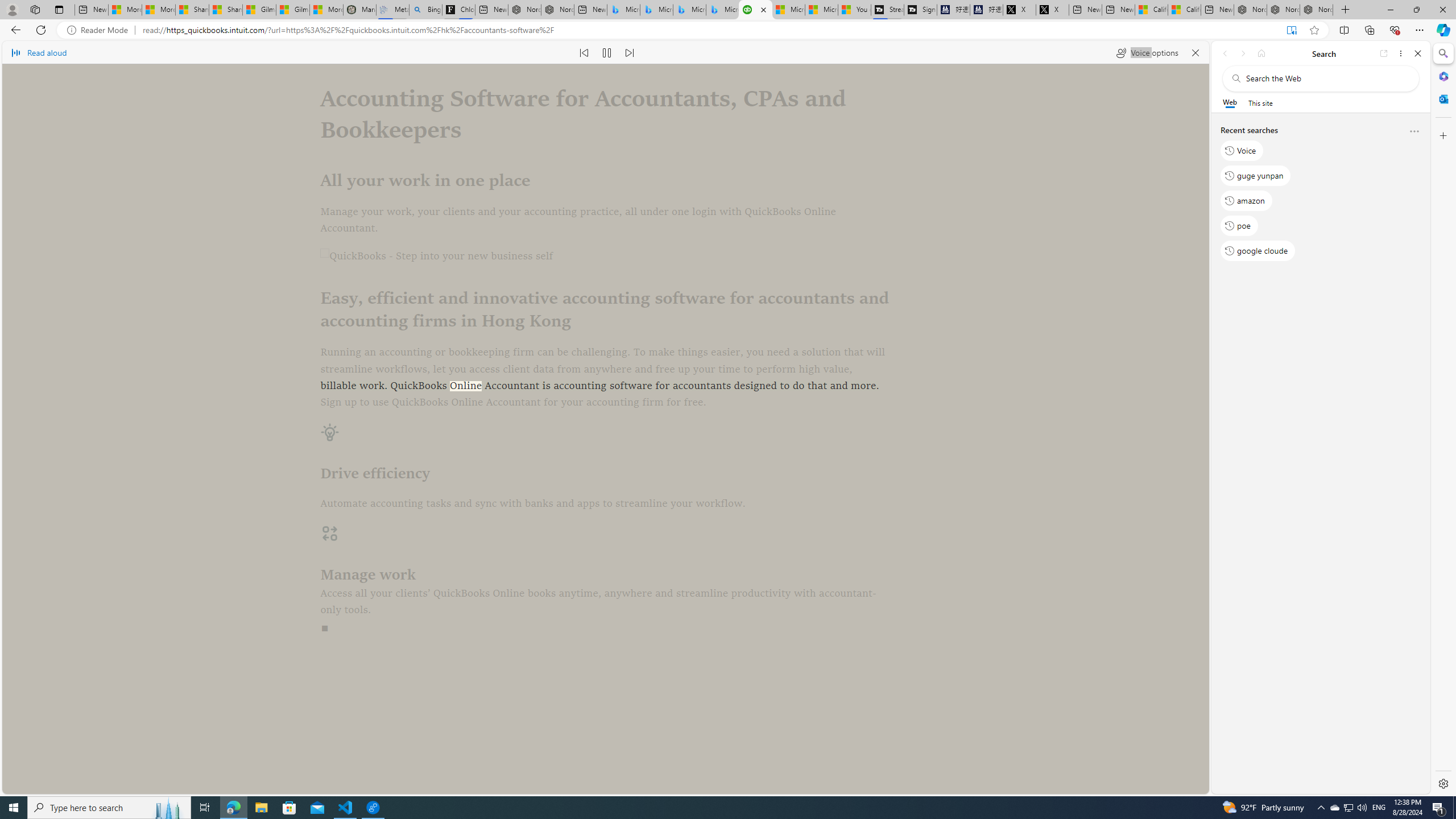 The height and width of the screenshot is (819, 1456). What do you see at coordinates (628, 52) in the screenshot?
I see `'Read next paragraph'` at bounding box center [628, 52].